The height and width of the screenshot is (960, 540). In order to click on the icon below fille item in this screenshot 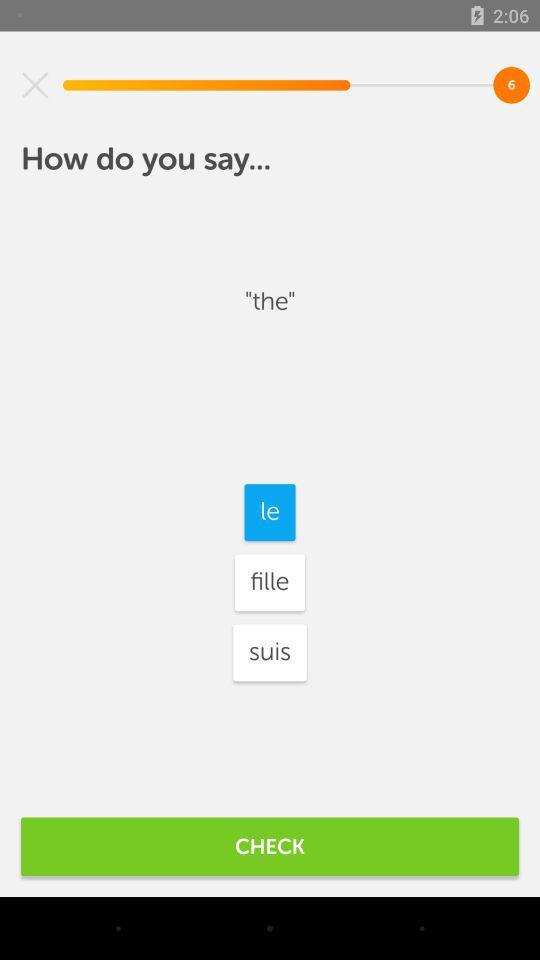, I will do `click(270, 651)`.